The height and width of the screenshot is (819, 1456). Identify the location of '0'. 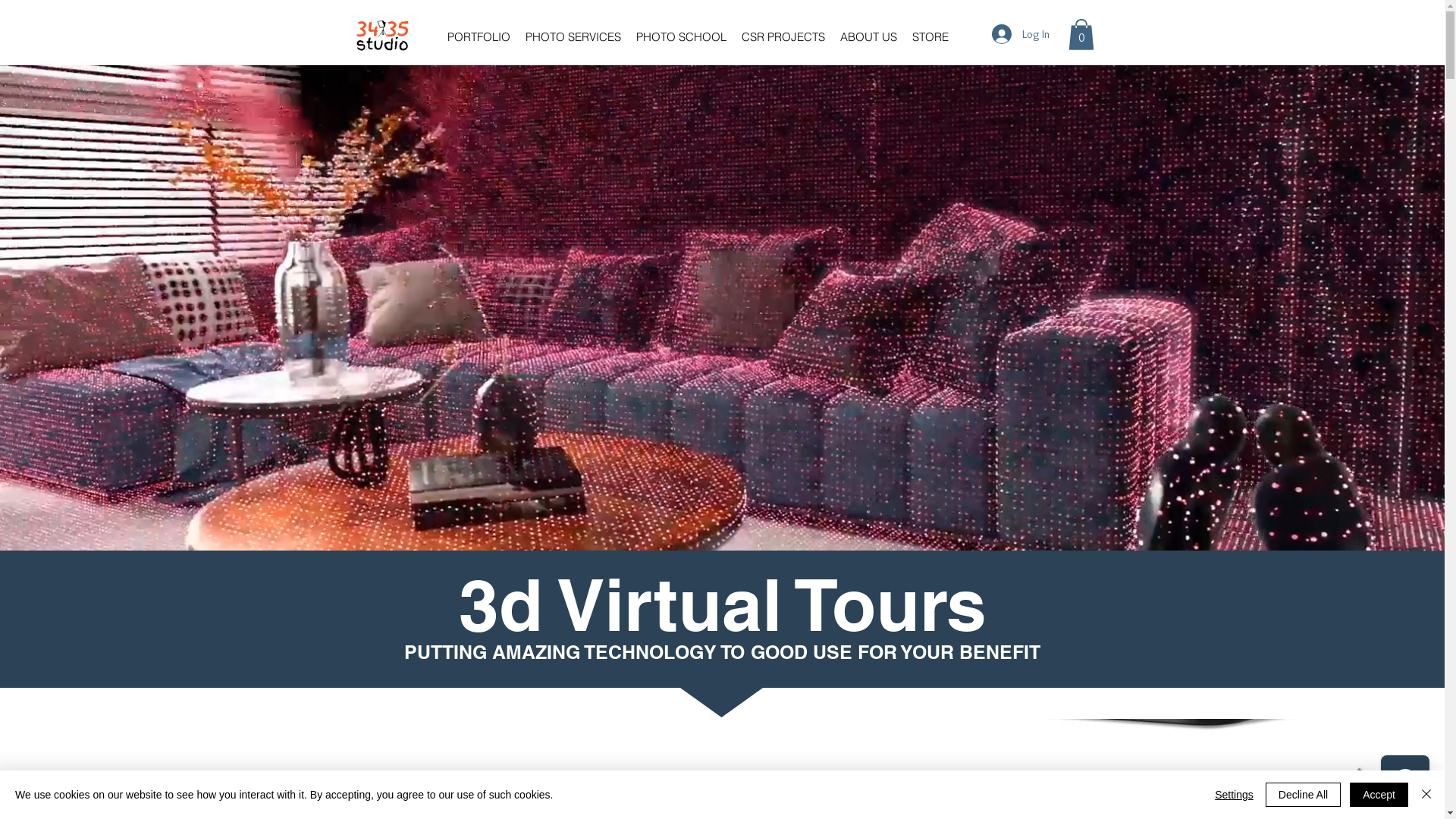
(1080, 34).